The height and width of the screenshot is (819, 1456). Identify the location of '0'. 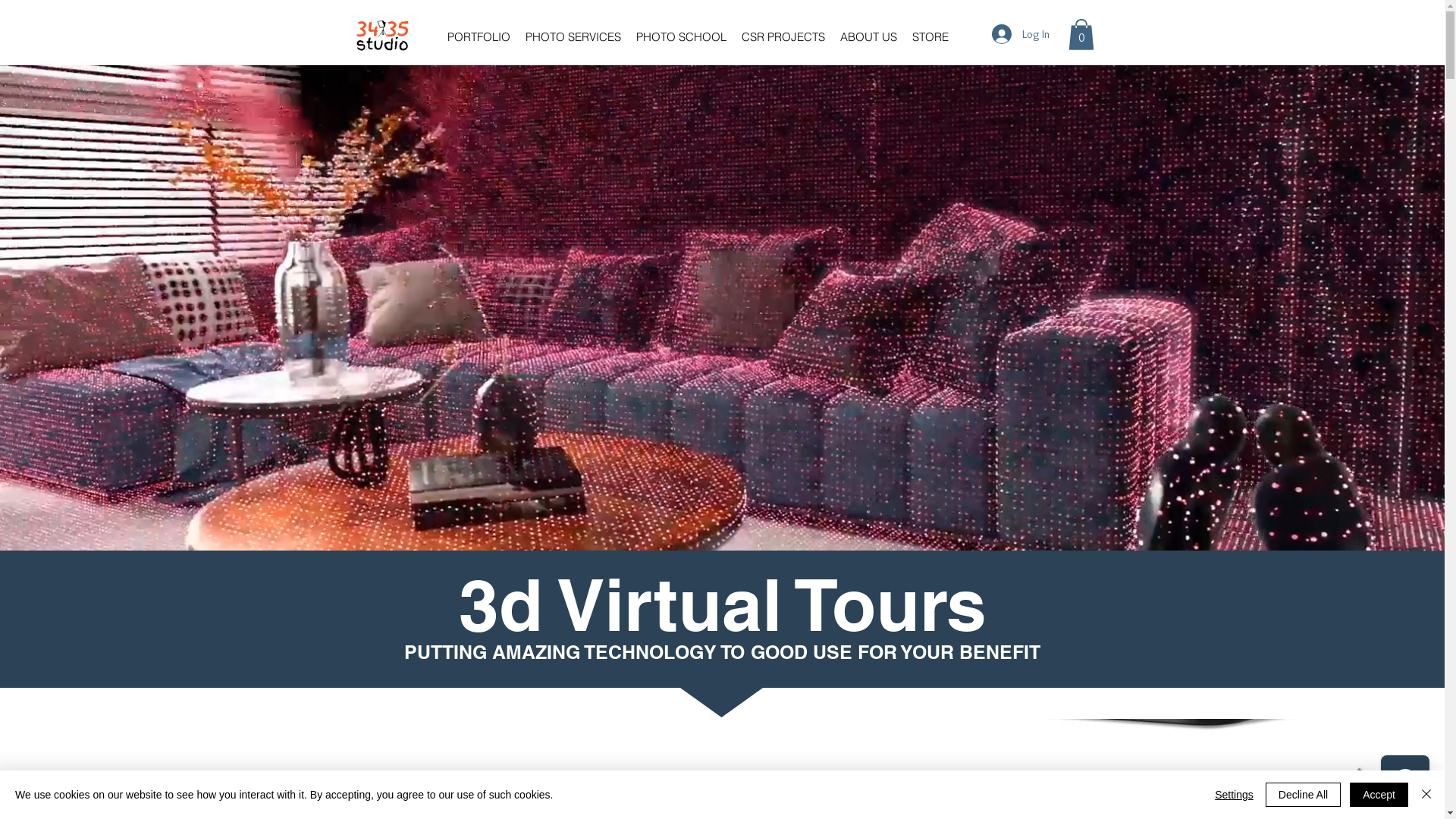
(1080, 34).